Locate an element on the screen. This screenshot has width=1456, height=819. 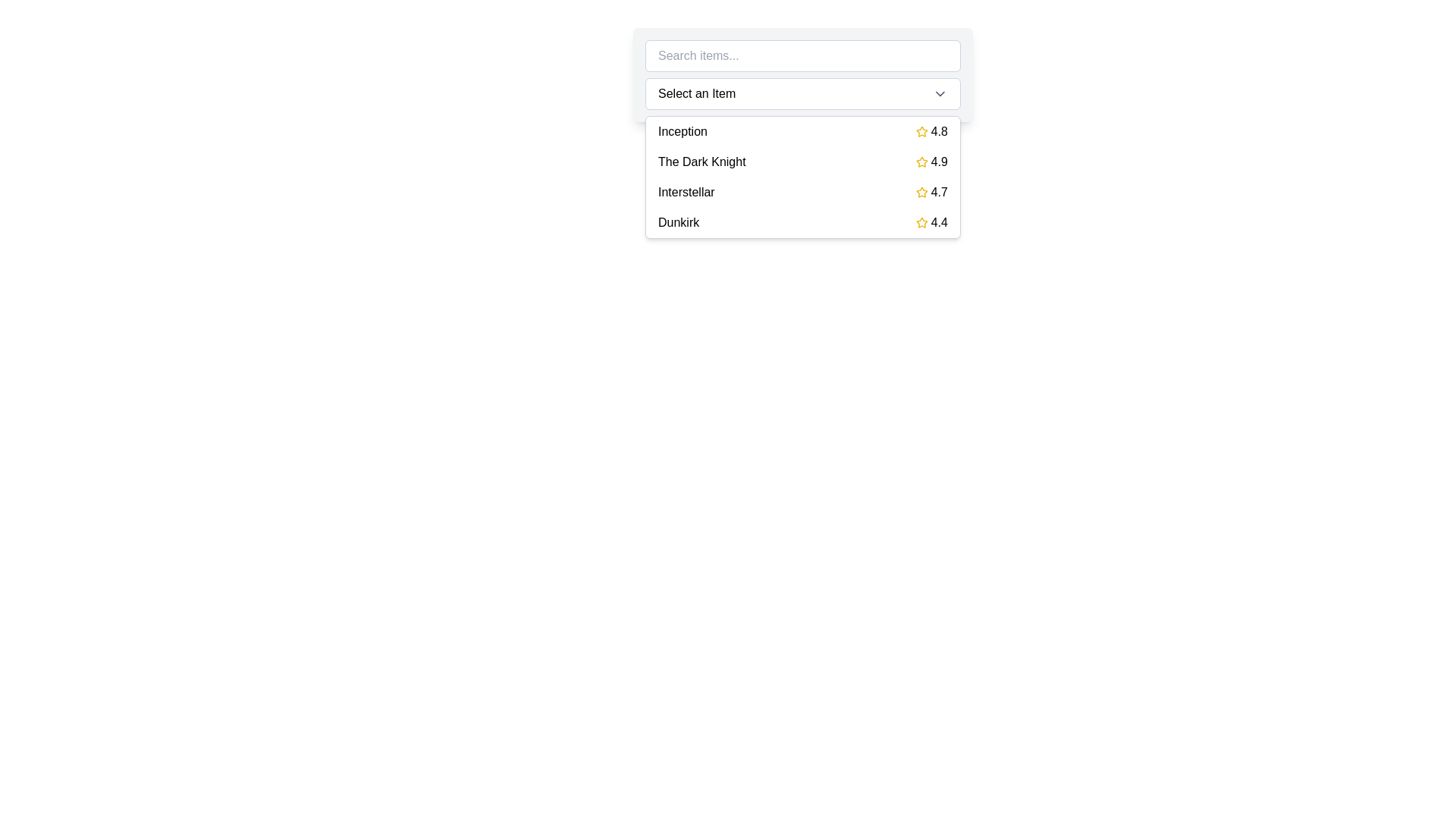
the Rating display showing a yellow star icon and the numerical rating '4.7' next to the 'Interstellar' item in the dropdown list under the 'Select an Item' input field is located at coordinates (930, 192).